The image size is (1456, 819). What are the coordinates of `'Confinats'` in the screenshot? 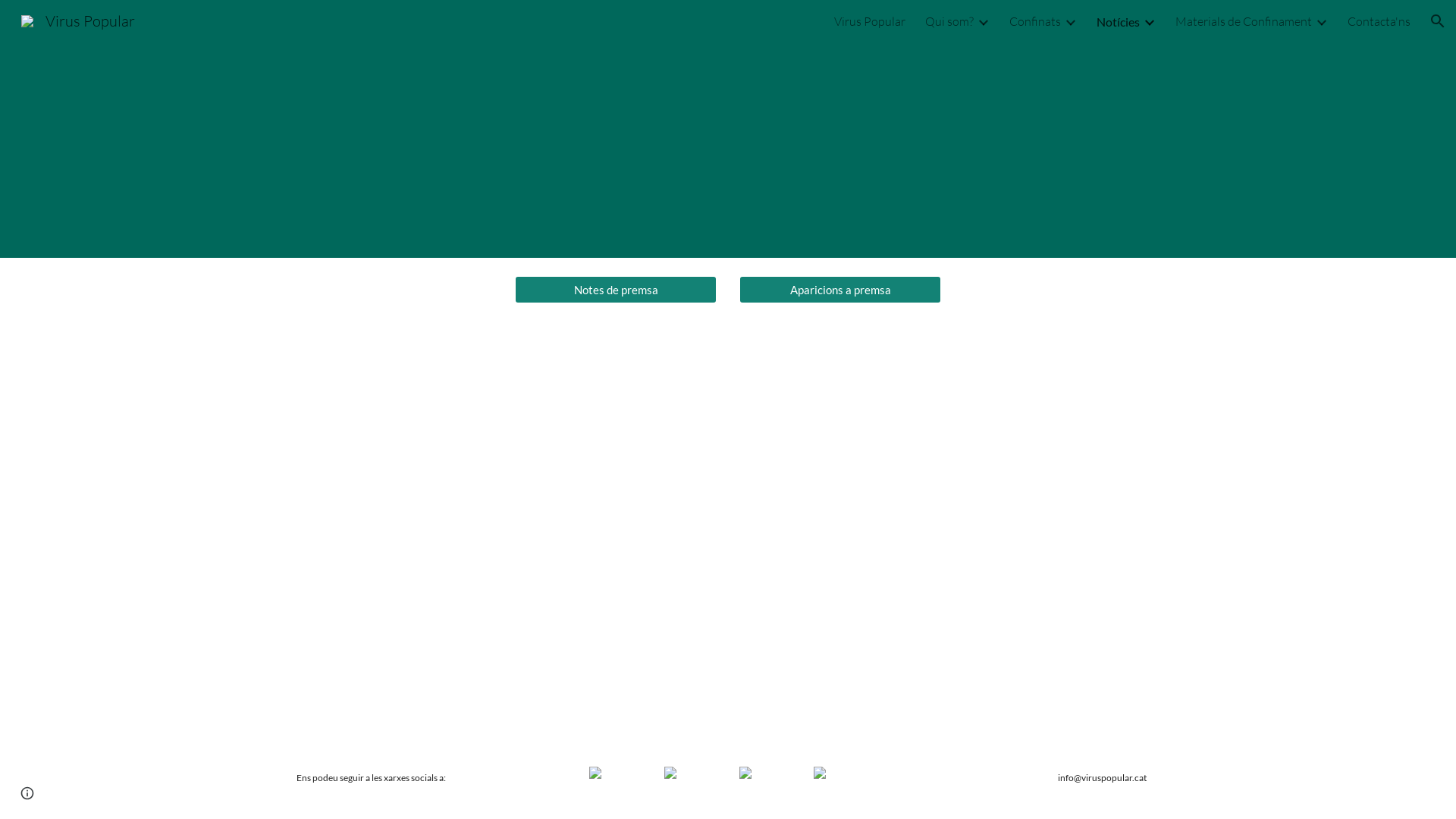 It's located at (1009, 20).